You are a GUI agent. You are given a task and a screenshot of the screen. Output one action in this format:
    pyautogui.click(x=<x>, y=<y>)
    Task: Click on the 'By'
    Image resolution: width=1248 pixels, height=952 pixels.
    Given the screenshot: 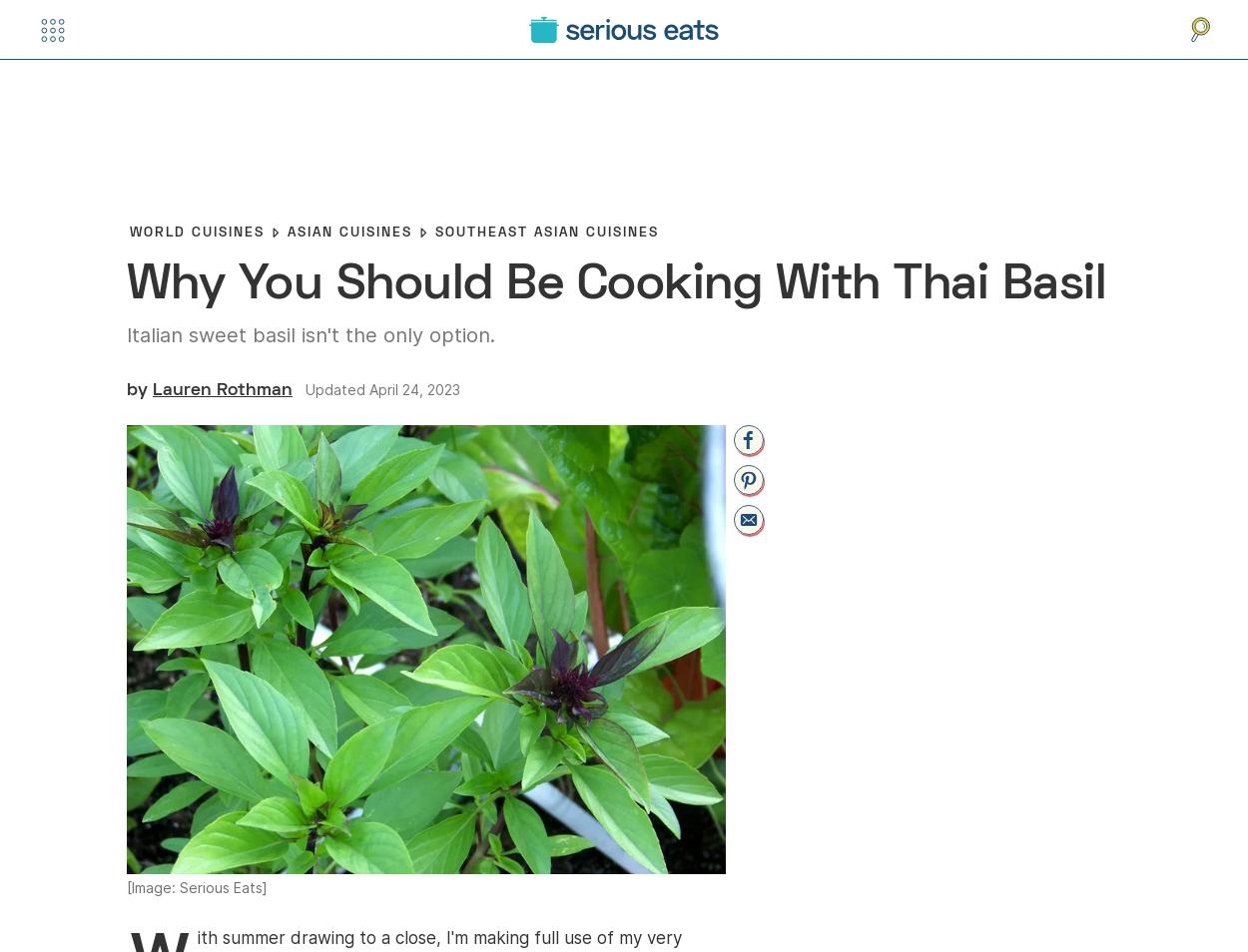 What is the action you would take?
    pyautogui.click(x=137, y=389)
    